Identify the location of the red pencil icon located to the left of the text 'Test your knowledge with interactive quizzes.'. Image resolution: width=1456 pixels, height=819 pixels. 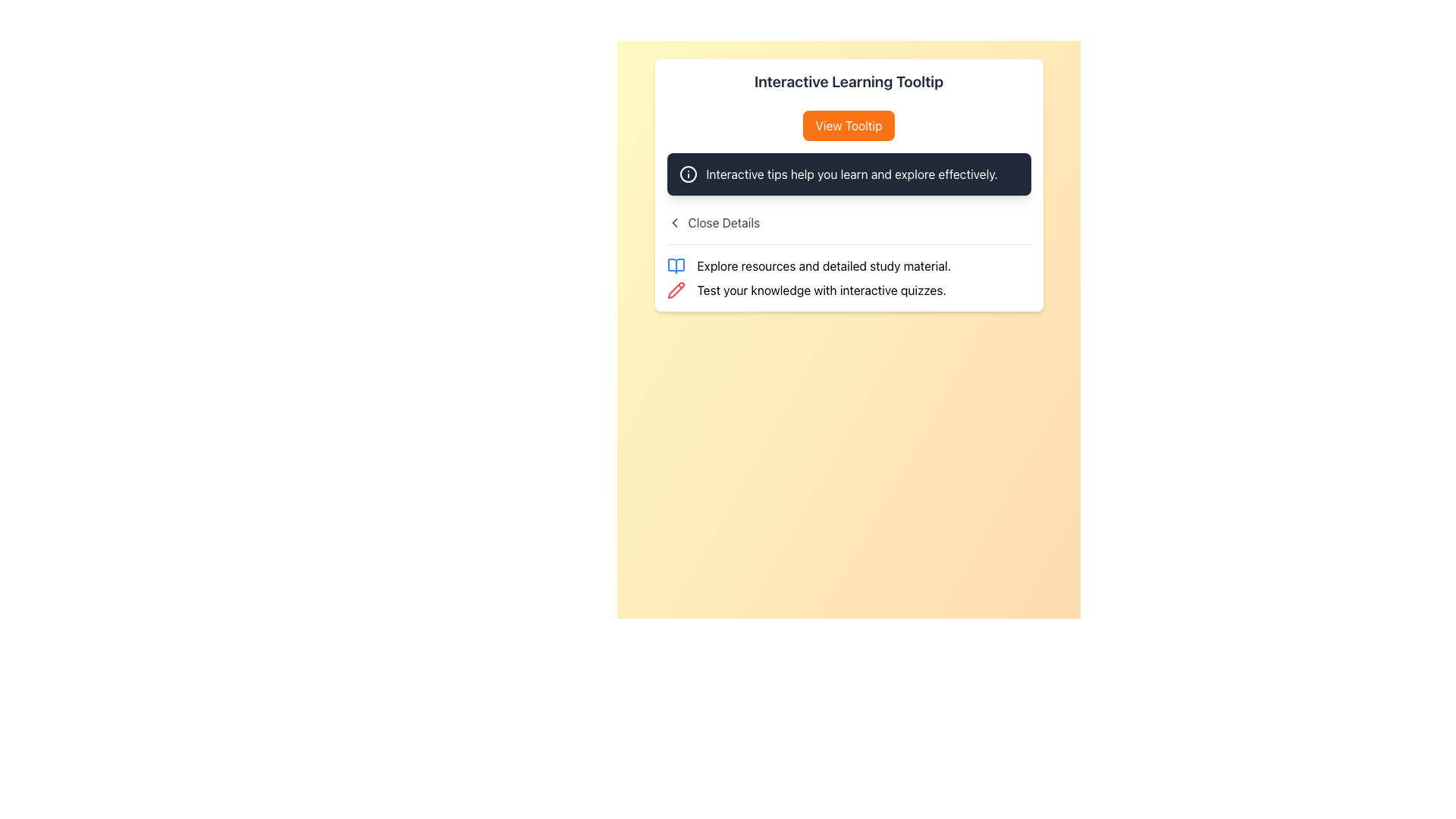
(675, 290).